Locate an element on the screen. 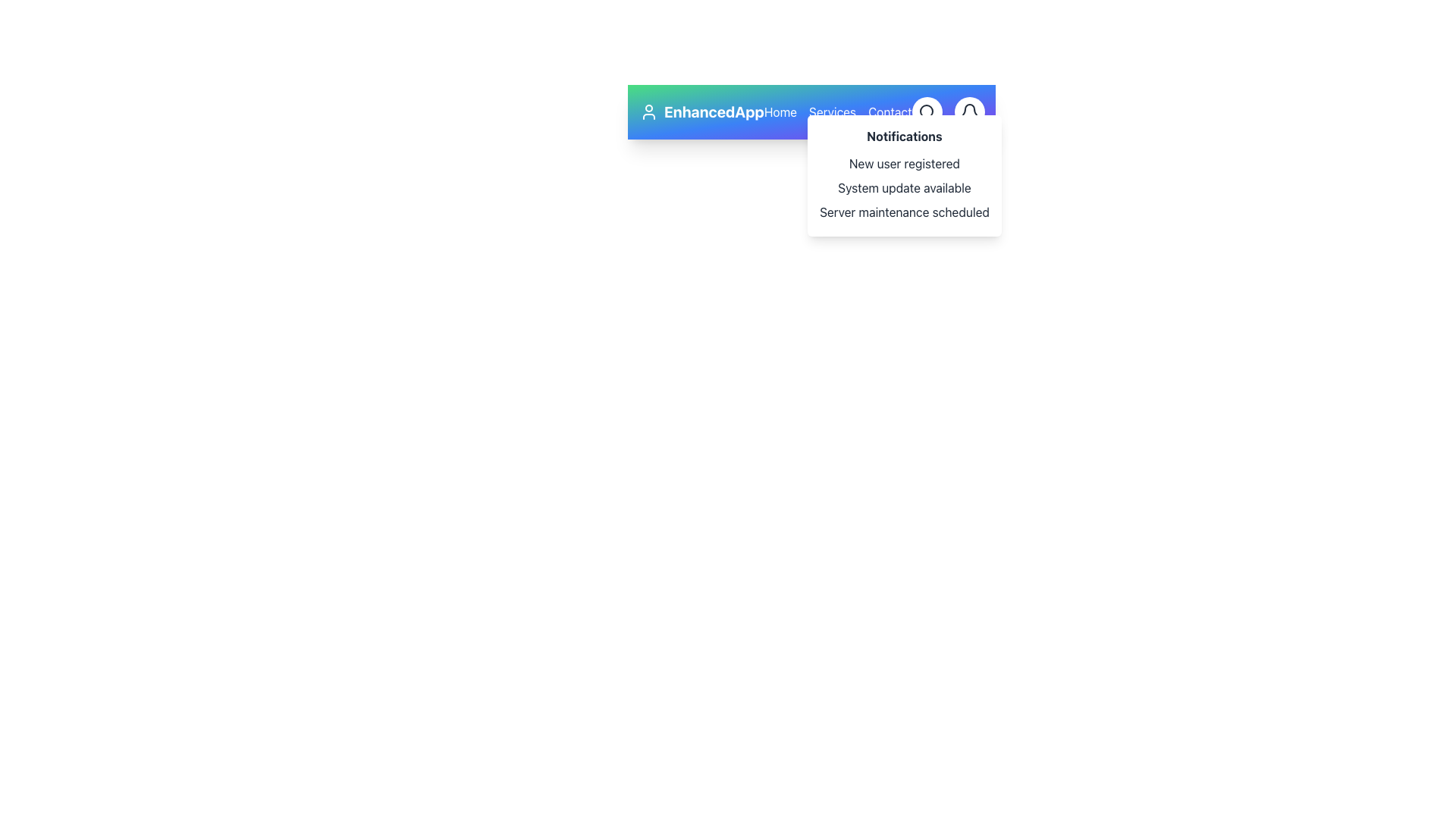 The height and width of the screenshot is (819, 1456). the second notification text element in the dropdown 'Notifications' is located at coordinates (905, 187).